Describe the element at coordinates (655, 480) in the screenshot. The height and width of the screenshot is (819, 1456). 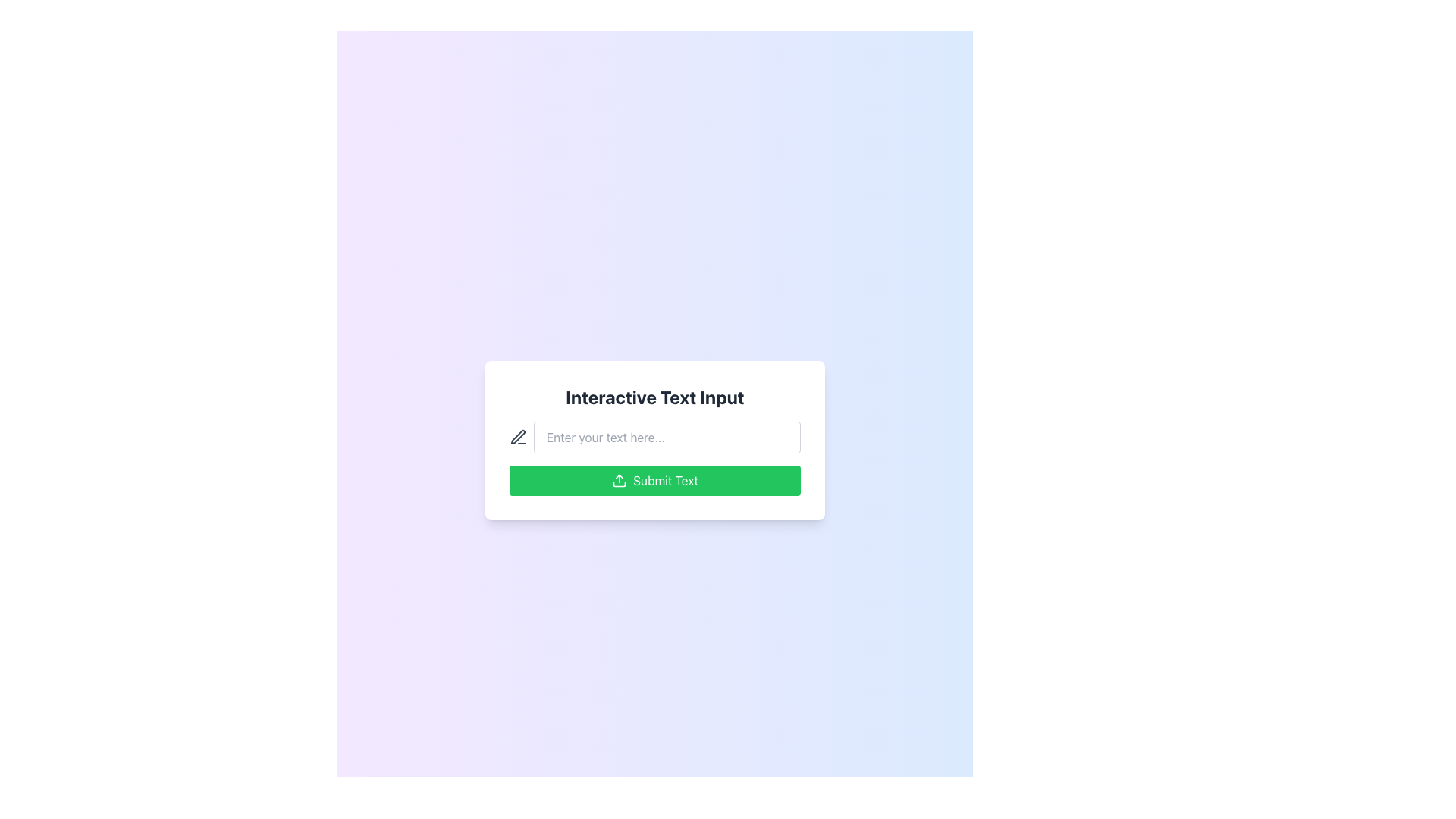
I see `the rectangular green button labeled 'Submit Text'` at that location.